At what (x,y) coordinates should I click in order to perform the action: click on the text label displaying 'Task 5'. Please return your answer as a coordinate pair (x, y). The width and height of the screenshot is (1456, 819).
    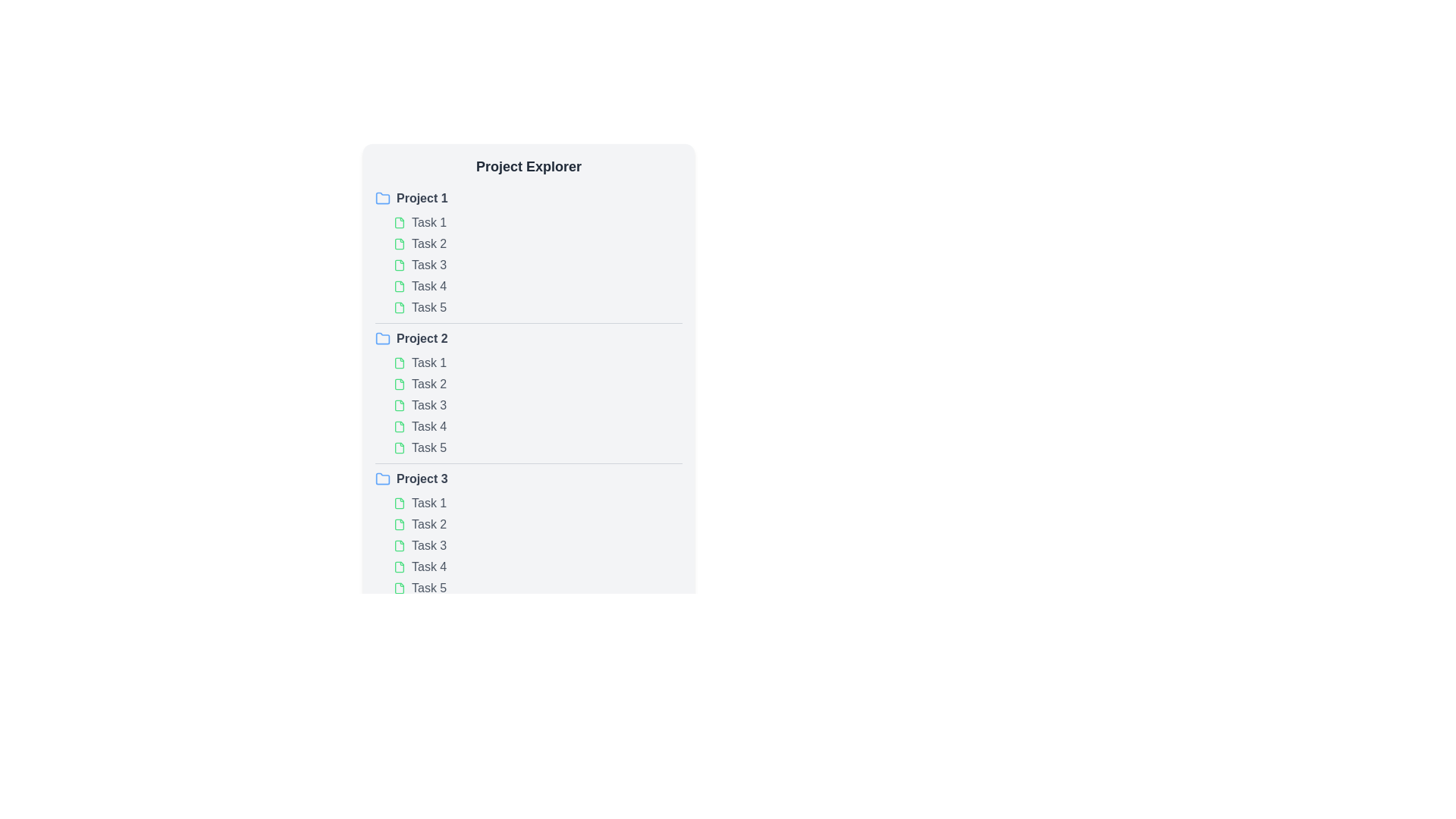
    Looking at the image, I should click on (428, 447).